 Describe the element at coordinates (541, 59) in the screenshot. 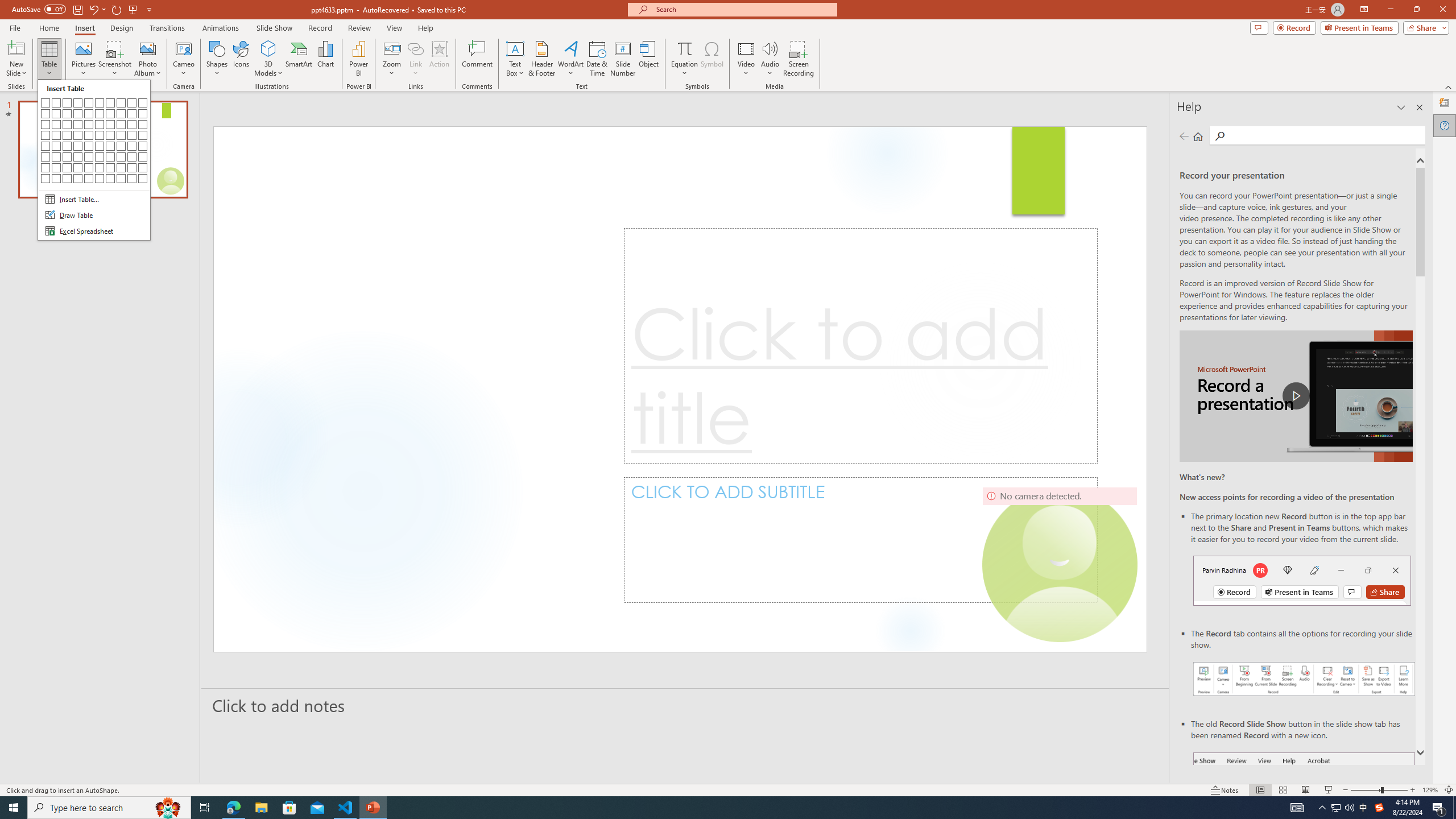

I see `'Header & Footer...'` at that location.